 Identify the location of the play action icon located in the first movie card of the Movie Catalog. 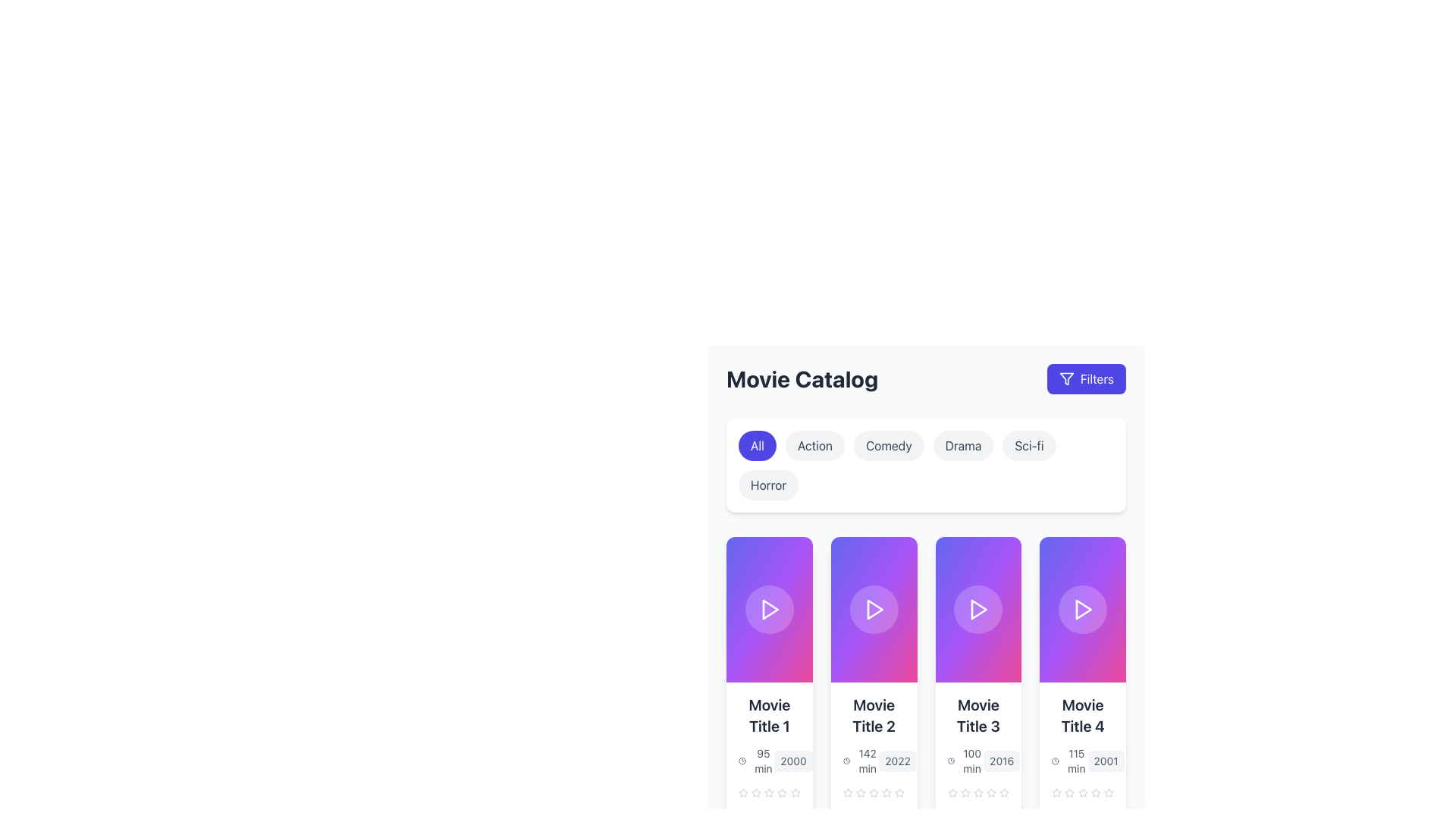
(770, 608).